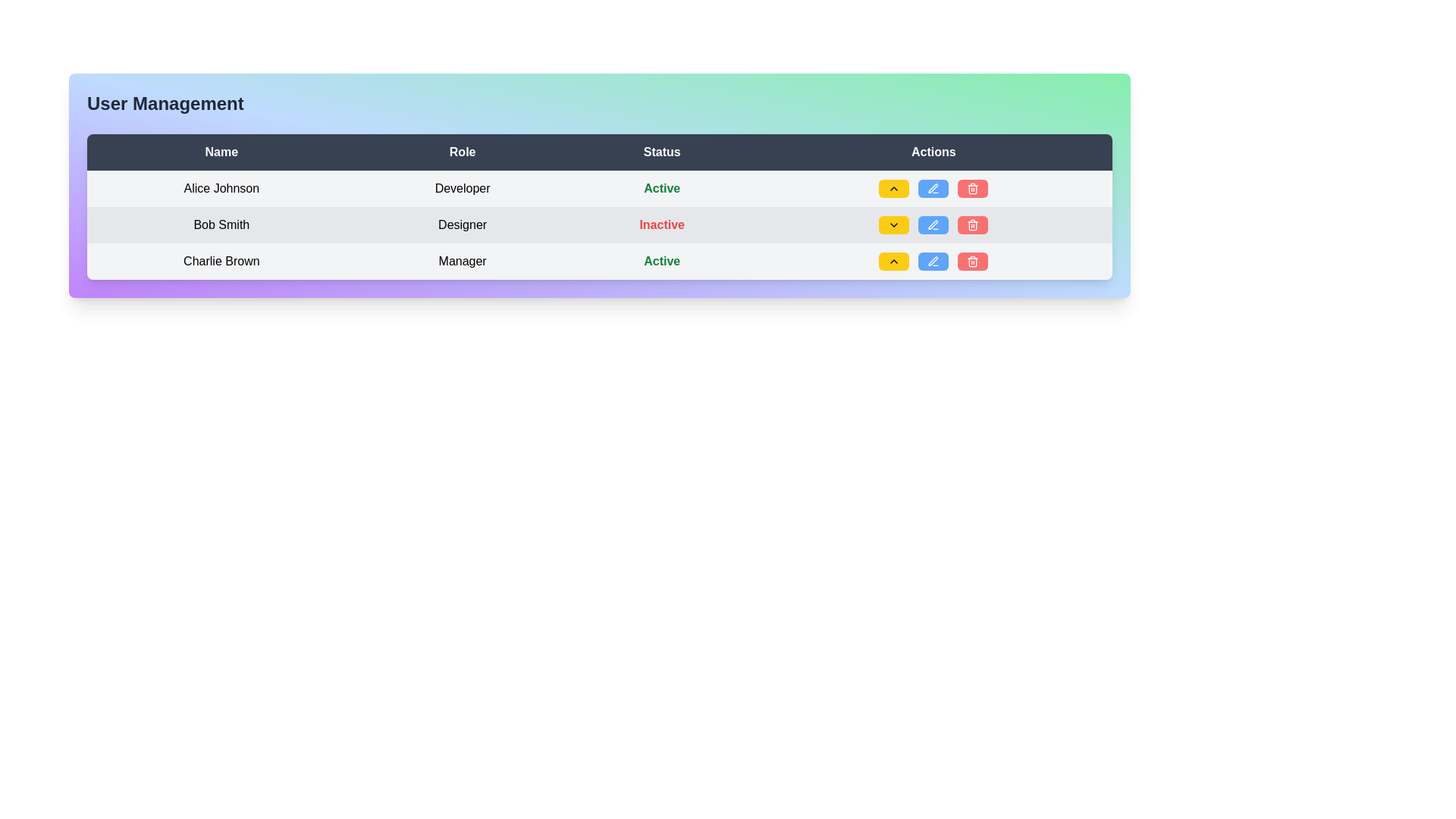  I want to click on the delete button with a trash can icon, styled with a red background, located in the 'Actions' column for 'Charlie Brown' to change its background color, so click(973, 260).